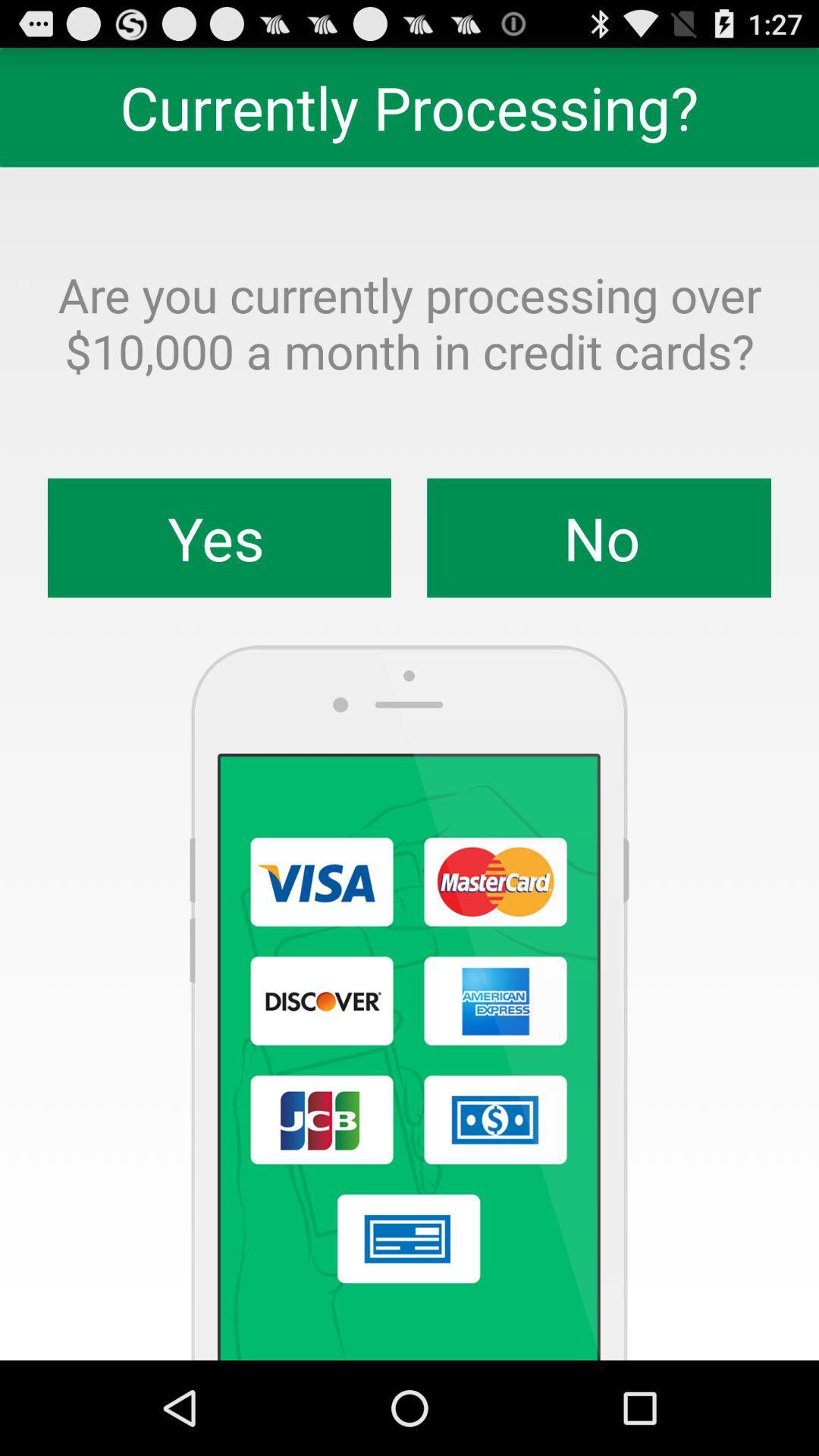 This screenshot has height=1456, width=819. What do you see at coordinates (219, 538) in the screenshot?
I see `yes` at bounding box center [219, 538].